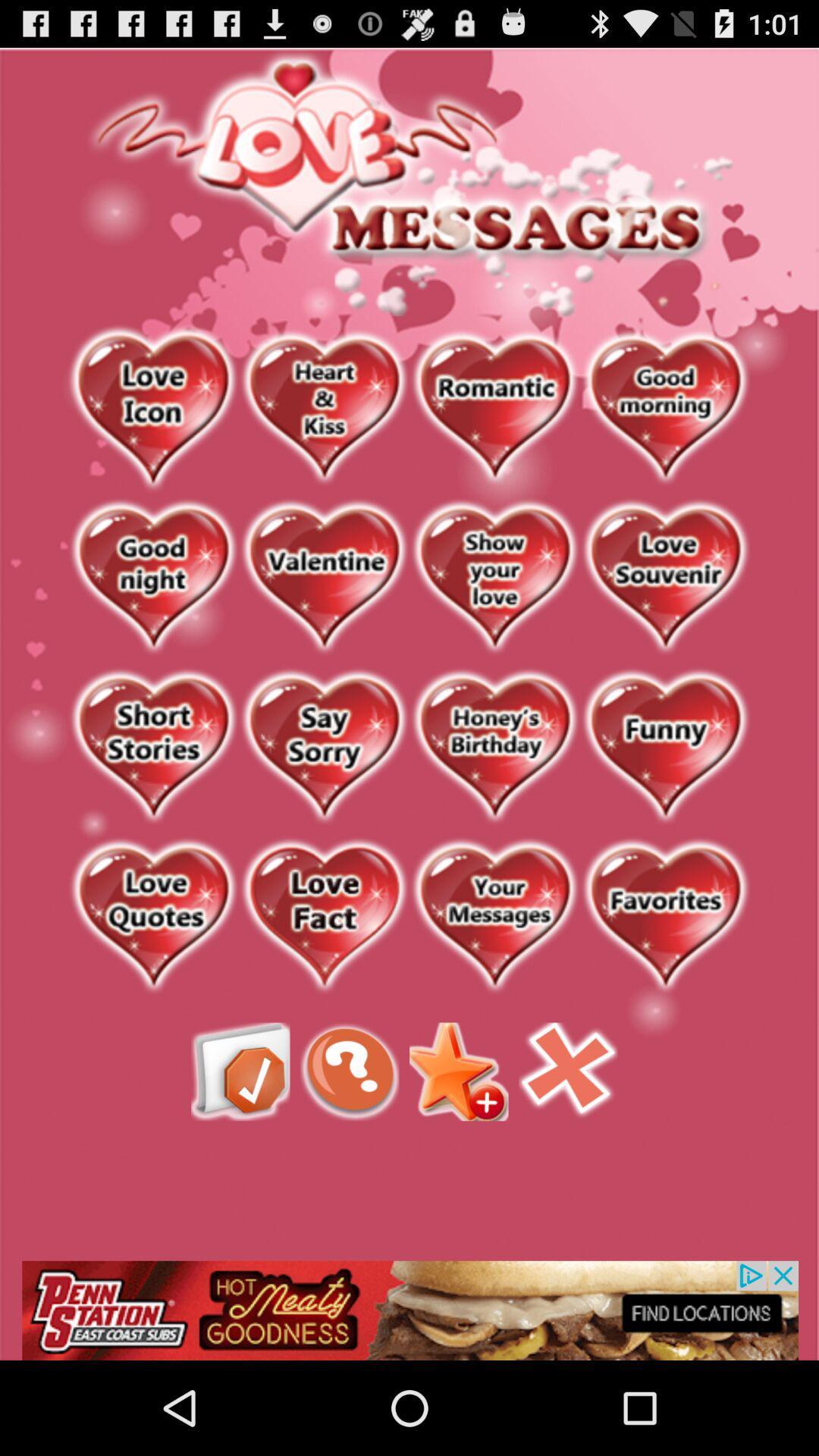 Image resolution: width=819 pixels, height=1456 pixels. What do you see at coordinates (409, 1310) in the screenshot?
I see `advertisement` at bounding box center [409, 1310].